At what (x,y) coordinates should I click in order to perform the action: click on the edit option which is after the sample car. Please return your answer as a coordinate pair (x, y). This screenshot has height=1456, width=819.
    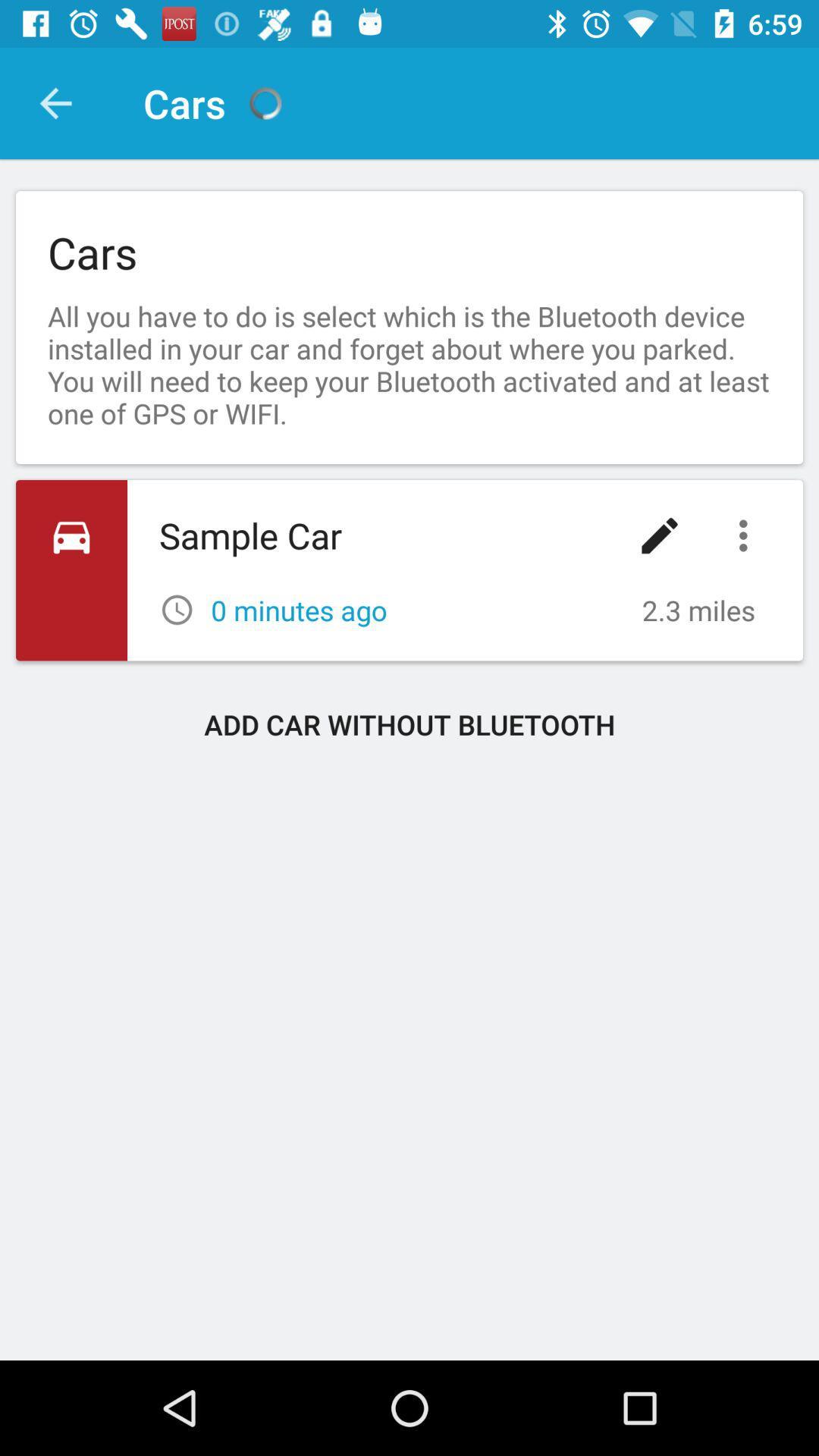
    Looking at the image, I should click on (659, 535).